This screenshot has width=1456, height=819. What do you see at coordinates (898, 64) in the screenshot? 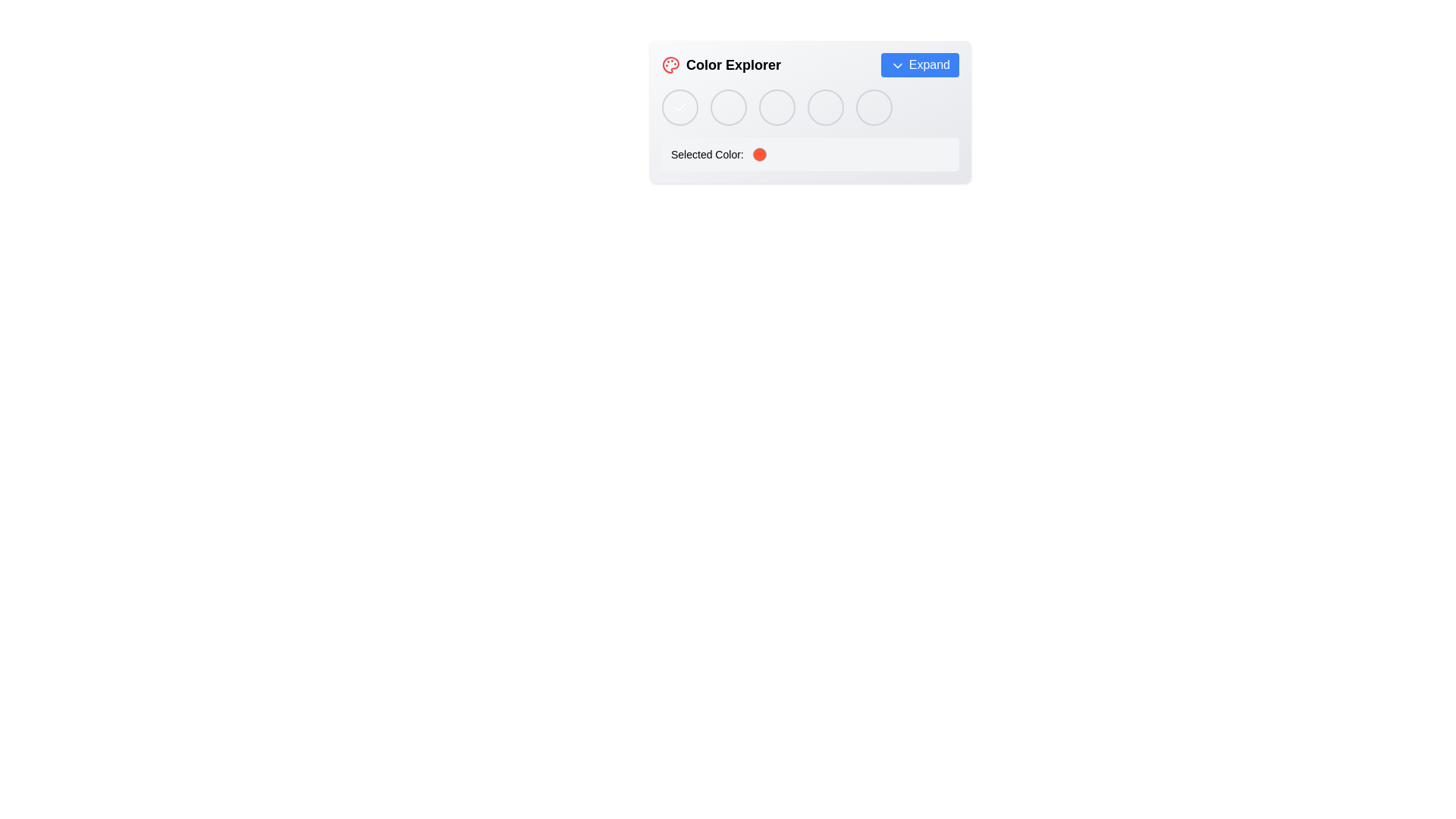
I see `the expandable action icon located at the right end of the 'Expand' button in the top-right corner of the 'Color Explorer' panel` at bounding box center [898, 64].